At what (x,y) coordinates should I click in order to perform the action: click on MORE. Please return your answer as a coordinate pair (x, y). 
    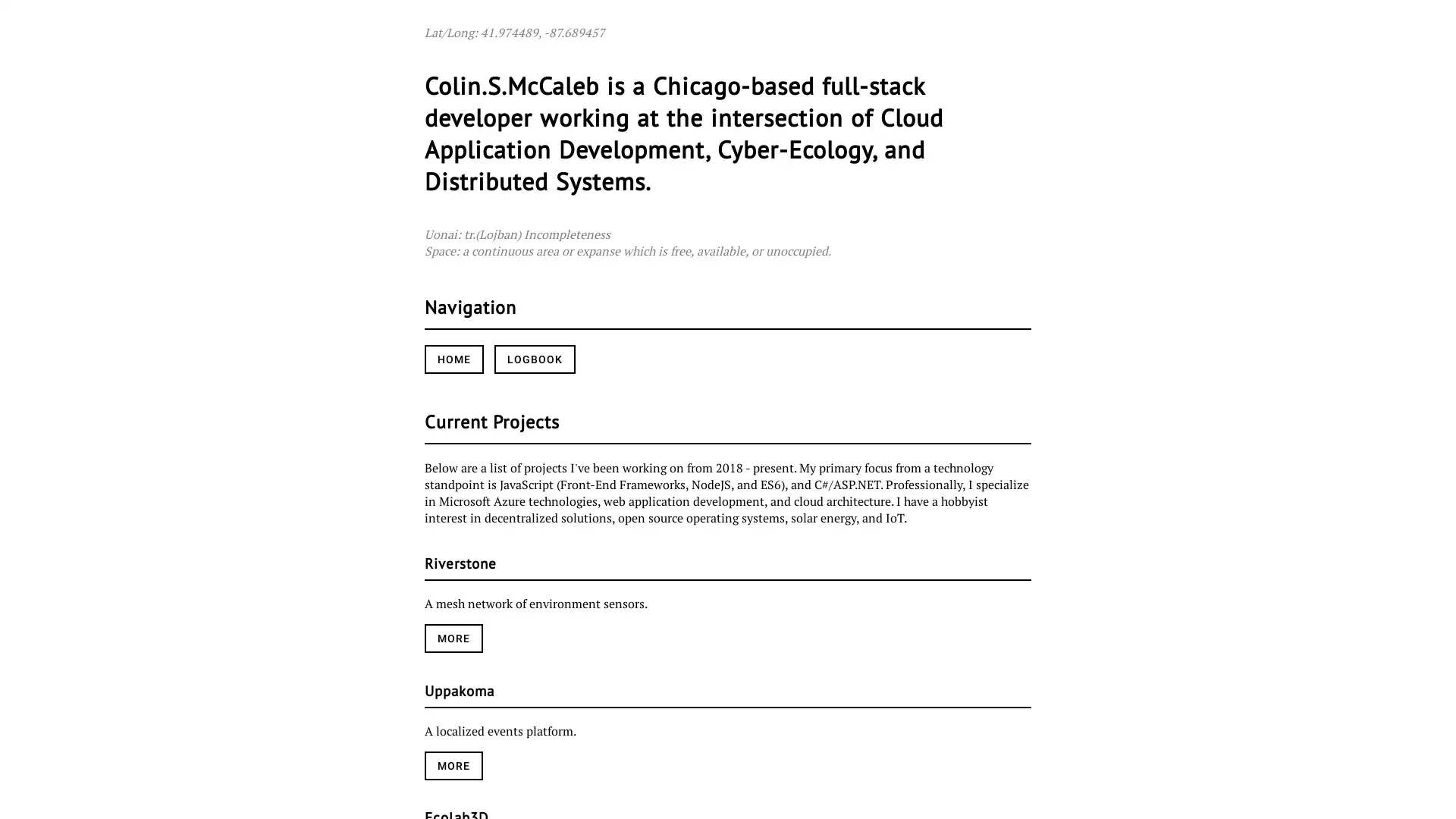
    Looking at the image, I should click on (453, 638).